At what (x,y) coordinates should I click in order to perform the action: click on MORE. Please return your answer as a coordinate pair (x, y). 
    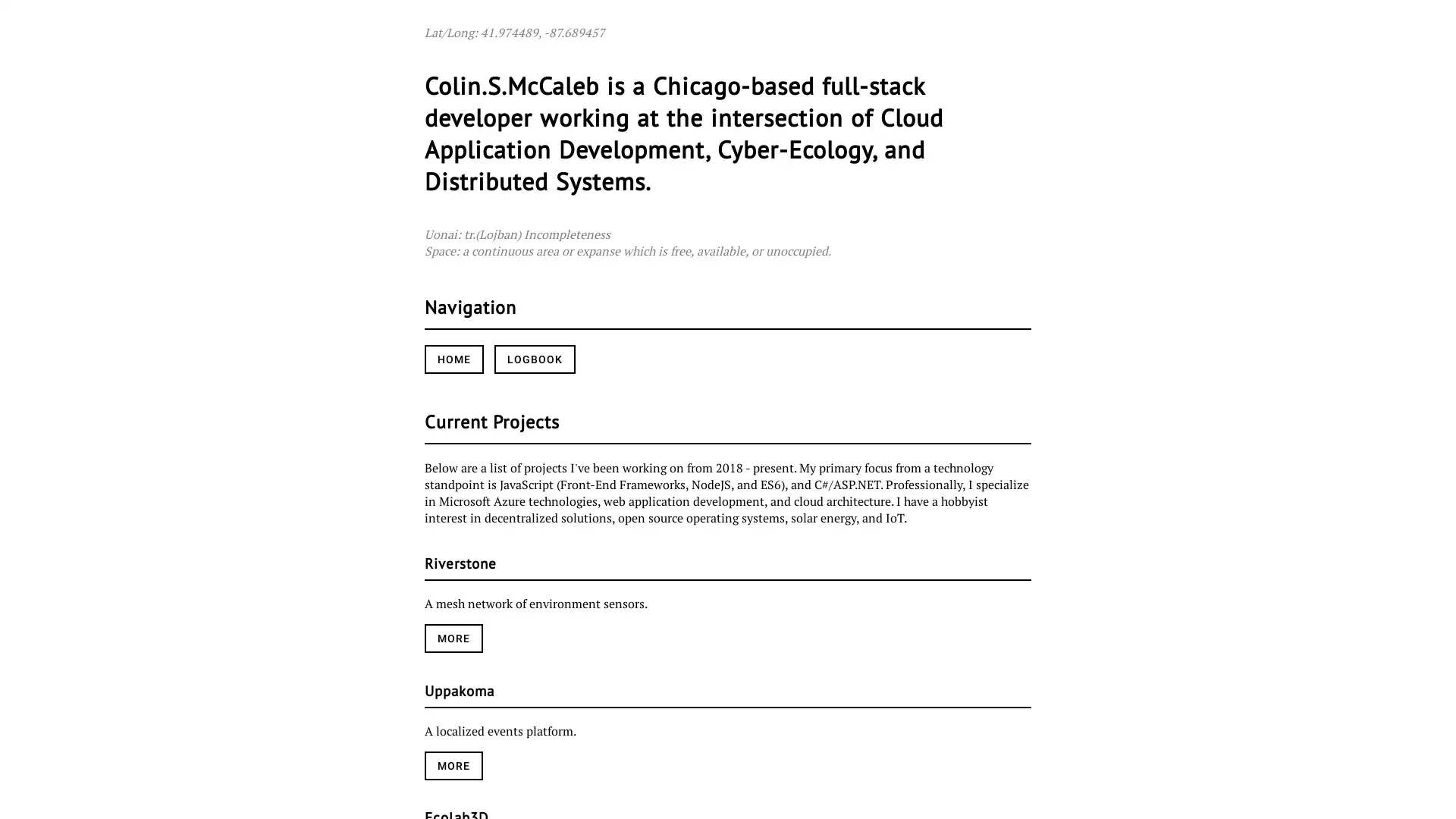
    Looking at the image, I should click on (453, 638).